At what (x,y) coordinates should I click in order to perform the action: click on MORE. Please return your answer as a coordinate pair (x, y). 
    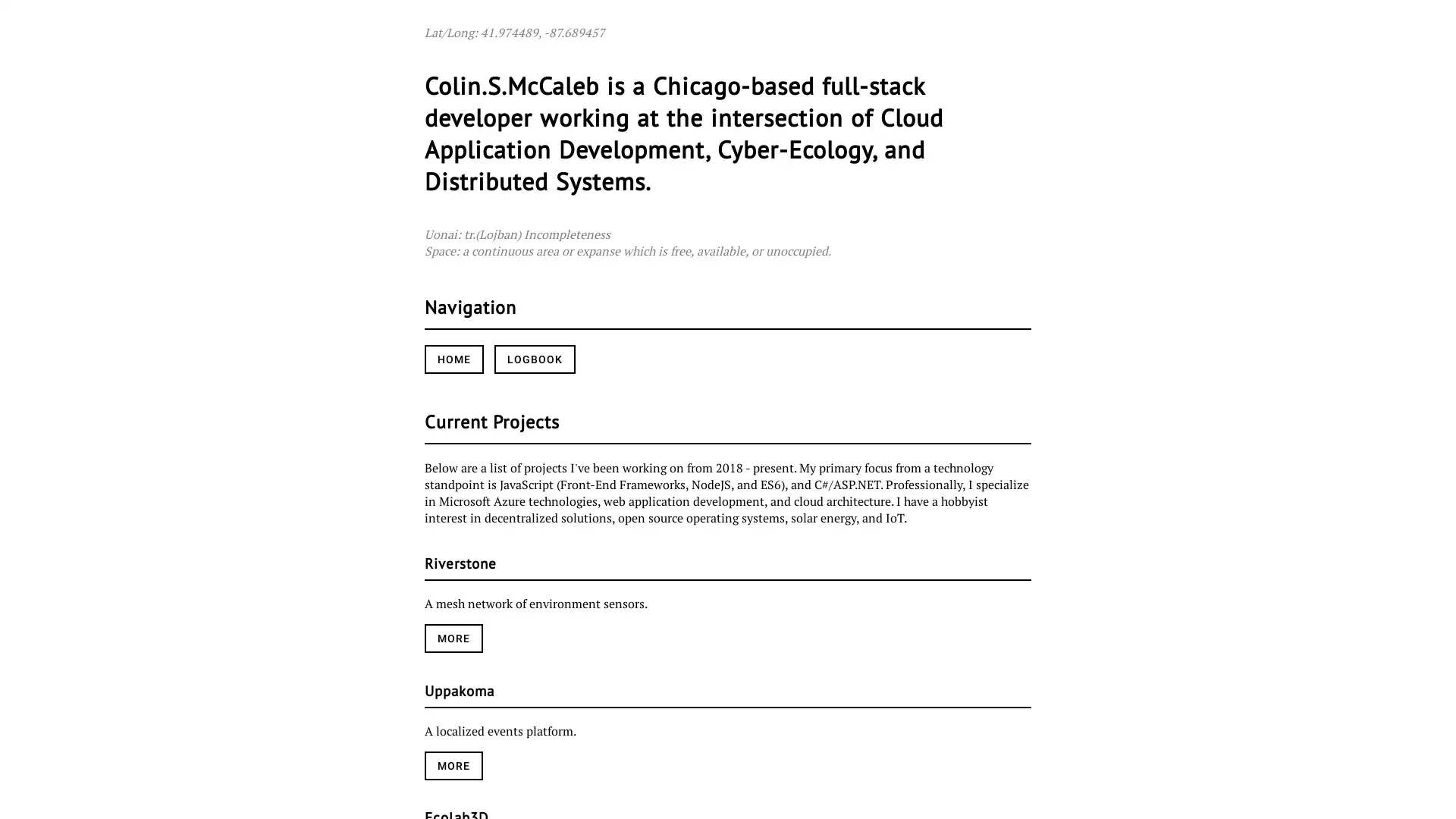
    Looking at the image, I should click on (453, 638).